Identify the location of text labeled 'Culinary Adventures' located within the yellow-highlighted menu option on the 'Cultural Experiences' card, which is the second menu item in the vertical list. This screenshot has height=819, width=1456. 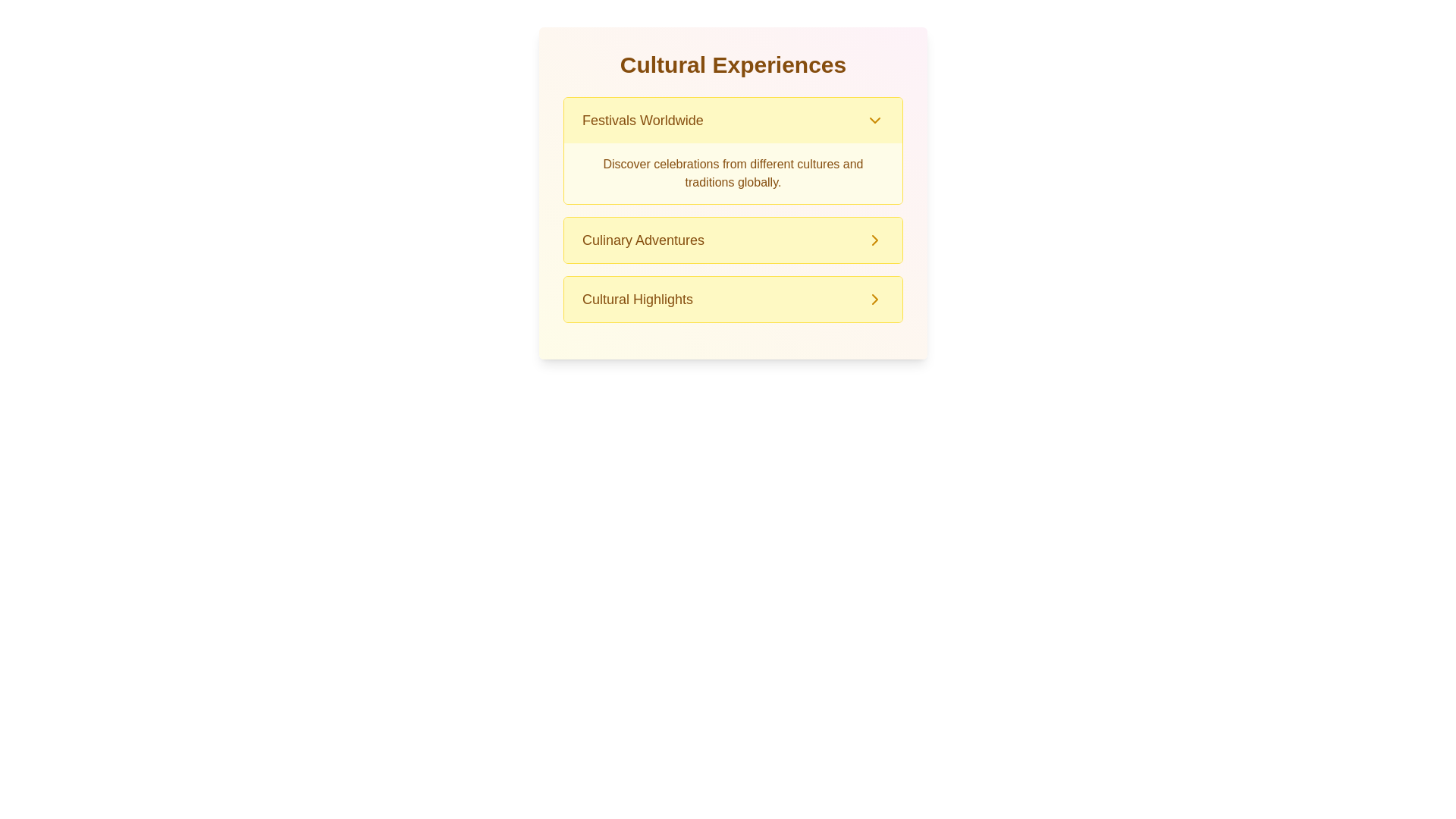
(643, 239).